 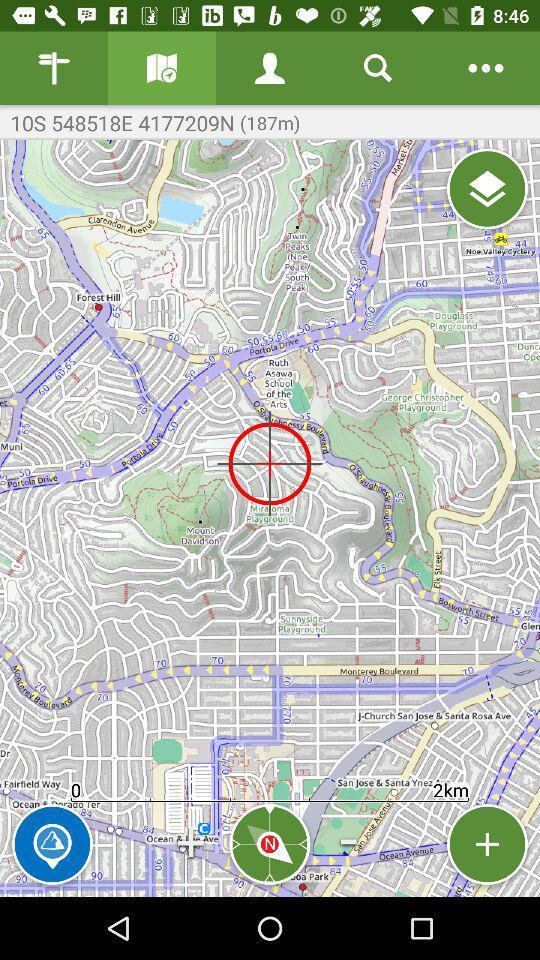 What do you see at coordinates (378, 68) in the screenshot?
I see `search button` at bounding box center [378, 68].